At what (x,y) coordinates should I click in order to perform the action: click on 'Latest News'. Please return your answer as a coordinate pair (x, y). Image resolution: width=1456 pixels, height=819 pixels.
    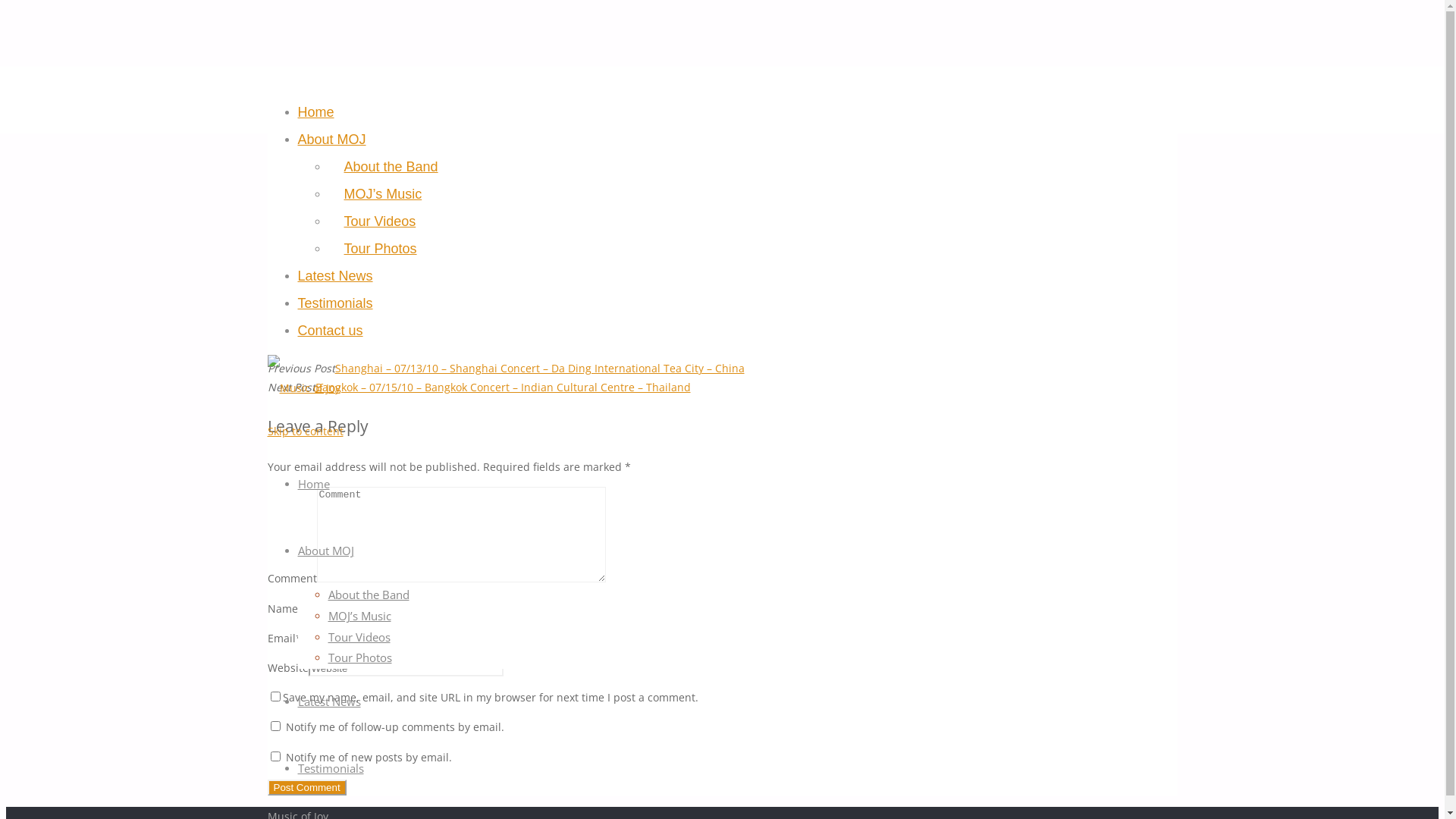
    Looking at the image, I should click on (328, 701).